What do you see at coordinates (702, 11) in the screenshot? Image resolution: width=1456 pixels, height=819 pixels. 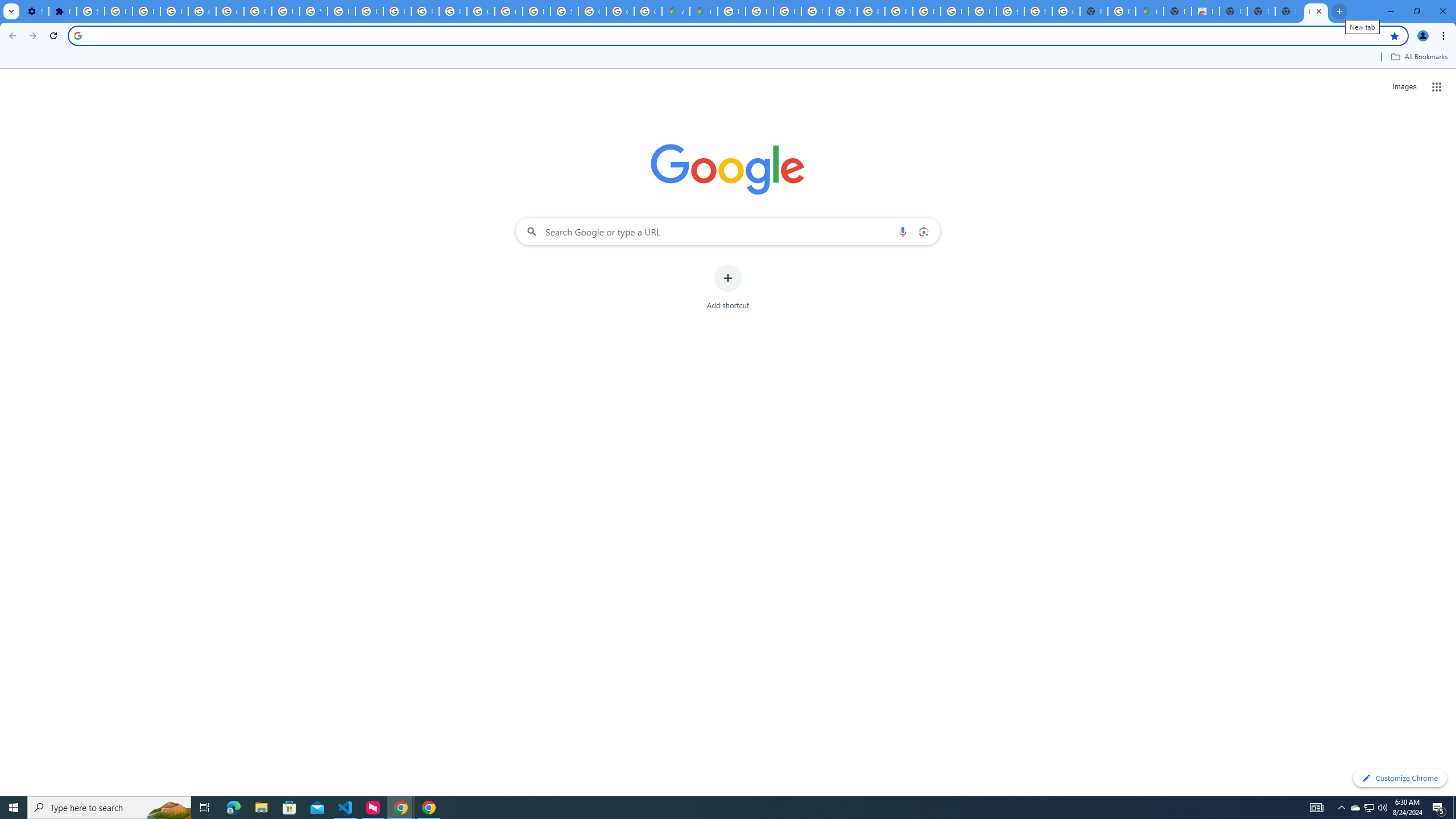 I see `'Google Maps'` at bounding box center [702, 11].